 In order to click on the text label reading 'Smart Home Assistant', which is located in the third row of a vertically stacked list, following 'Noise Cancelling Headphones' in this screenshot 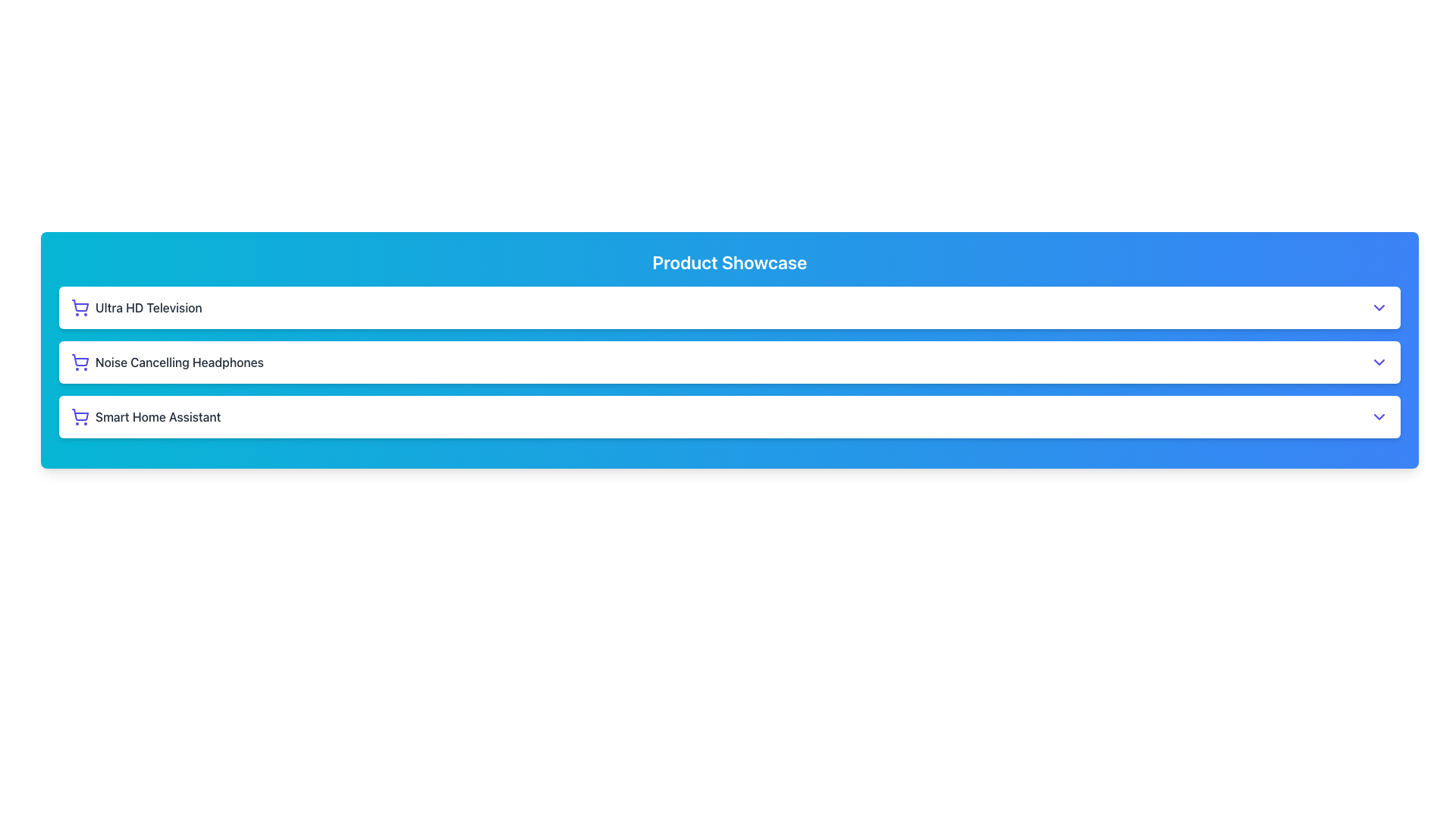, I will do `click(158, 417)`.